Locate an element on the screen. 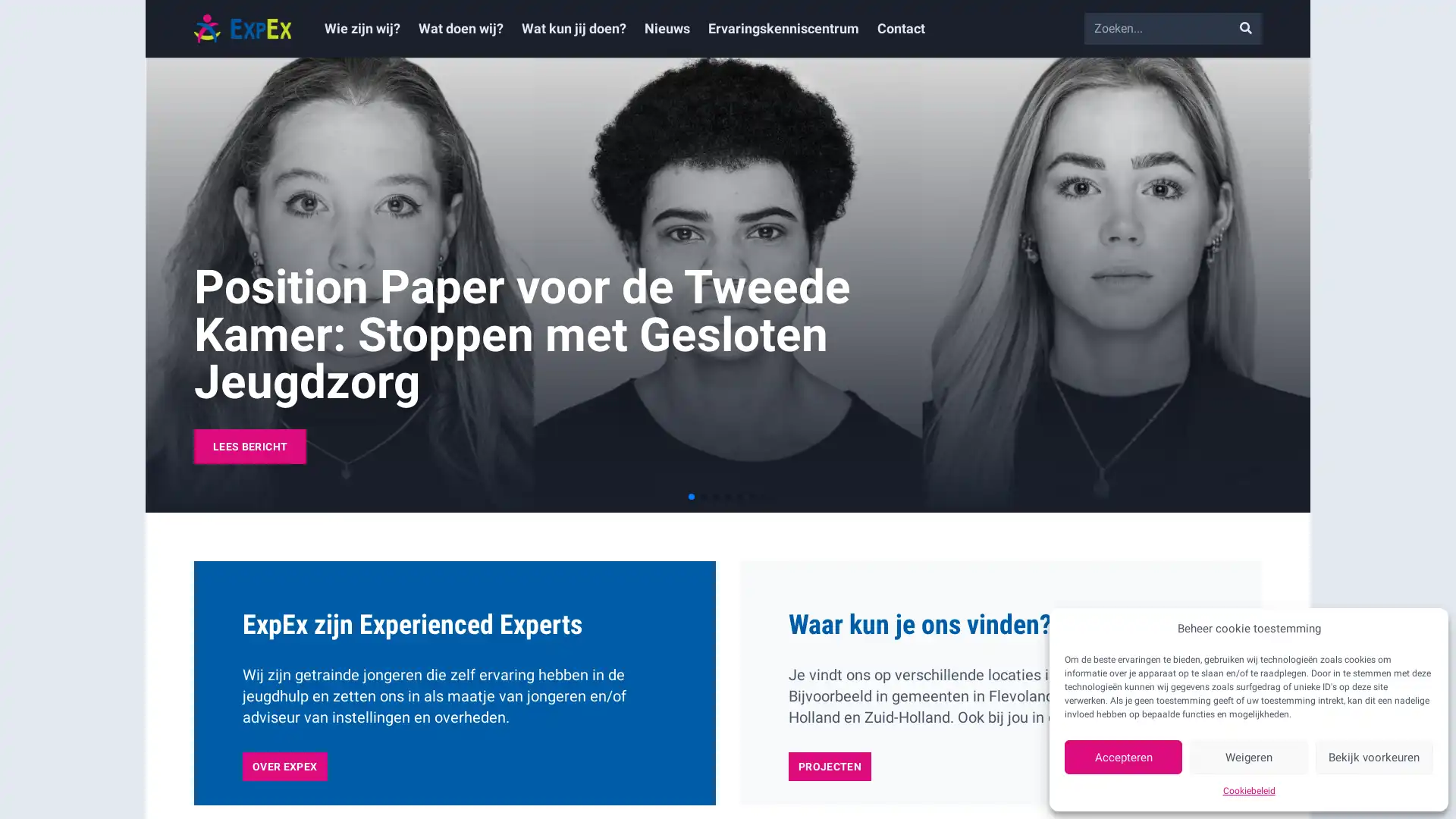  Go to slide 1 is located at coordinates (691, 497).